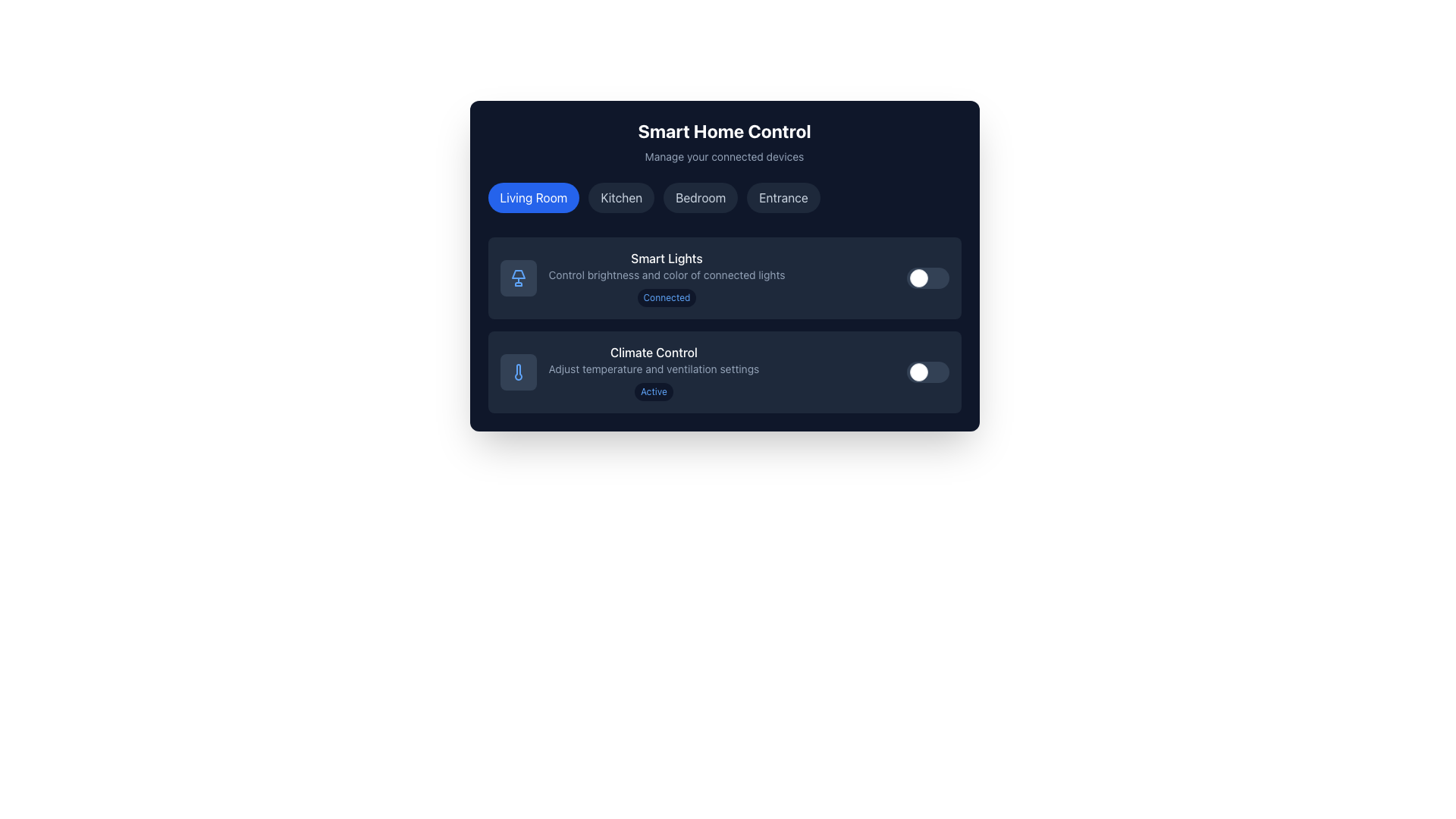 Image resolution: width=1456 pixels, height=819 pixels. Describe the element at coordinates (667, 257) in the screenshot. I see `the 'Smart Lights' label, which displays white text prominently within a dark background panel, located in the top section of the lower panel` at that location.